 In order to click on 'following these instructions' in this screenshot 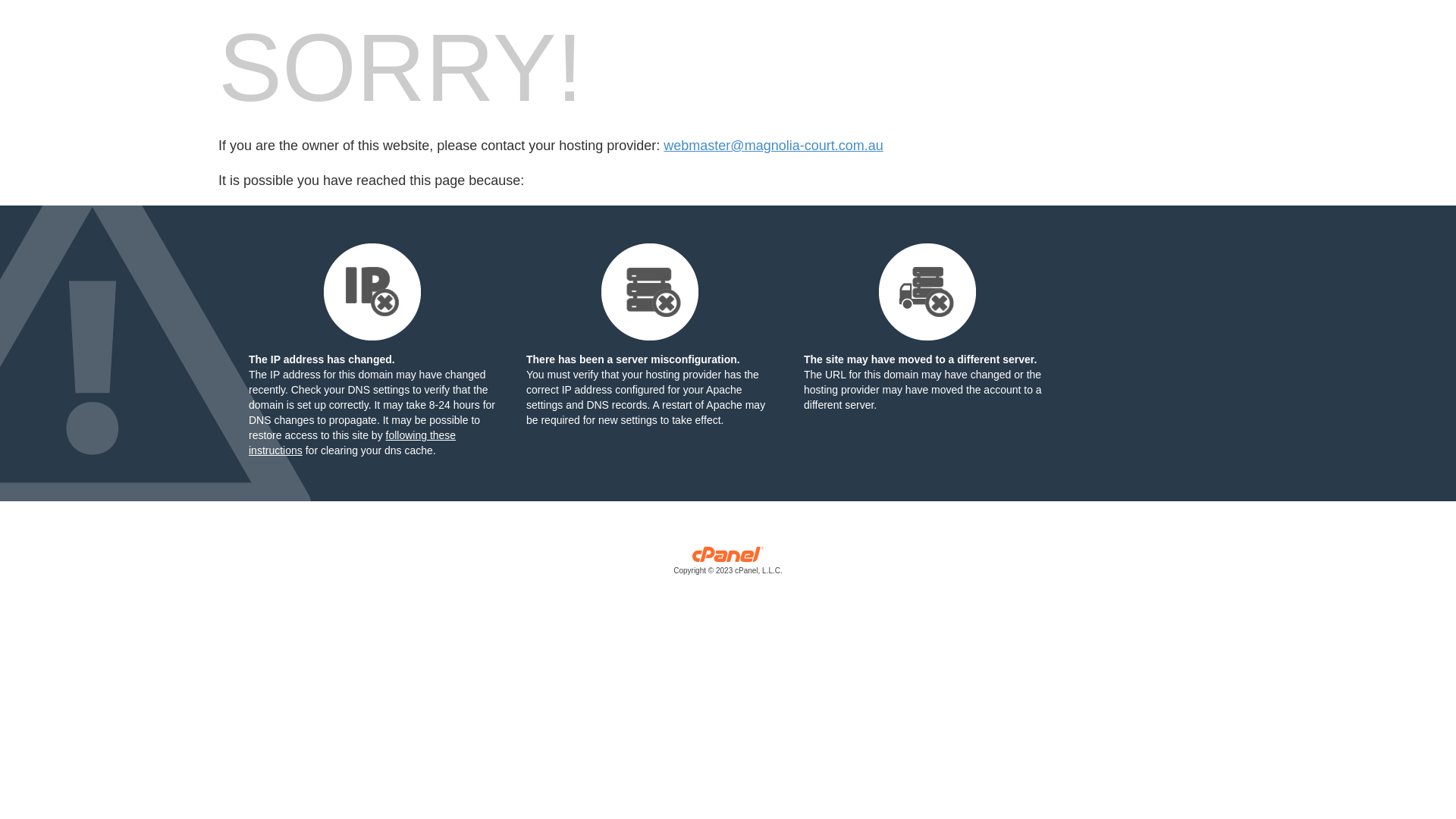, I will do `click(351, 442)`.